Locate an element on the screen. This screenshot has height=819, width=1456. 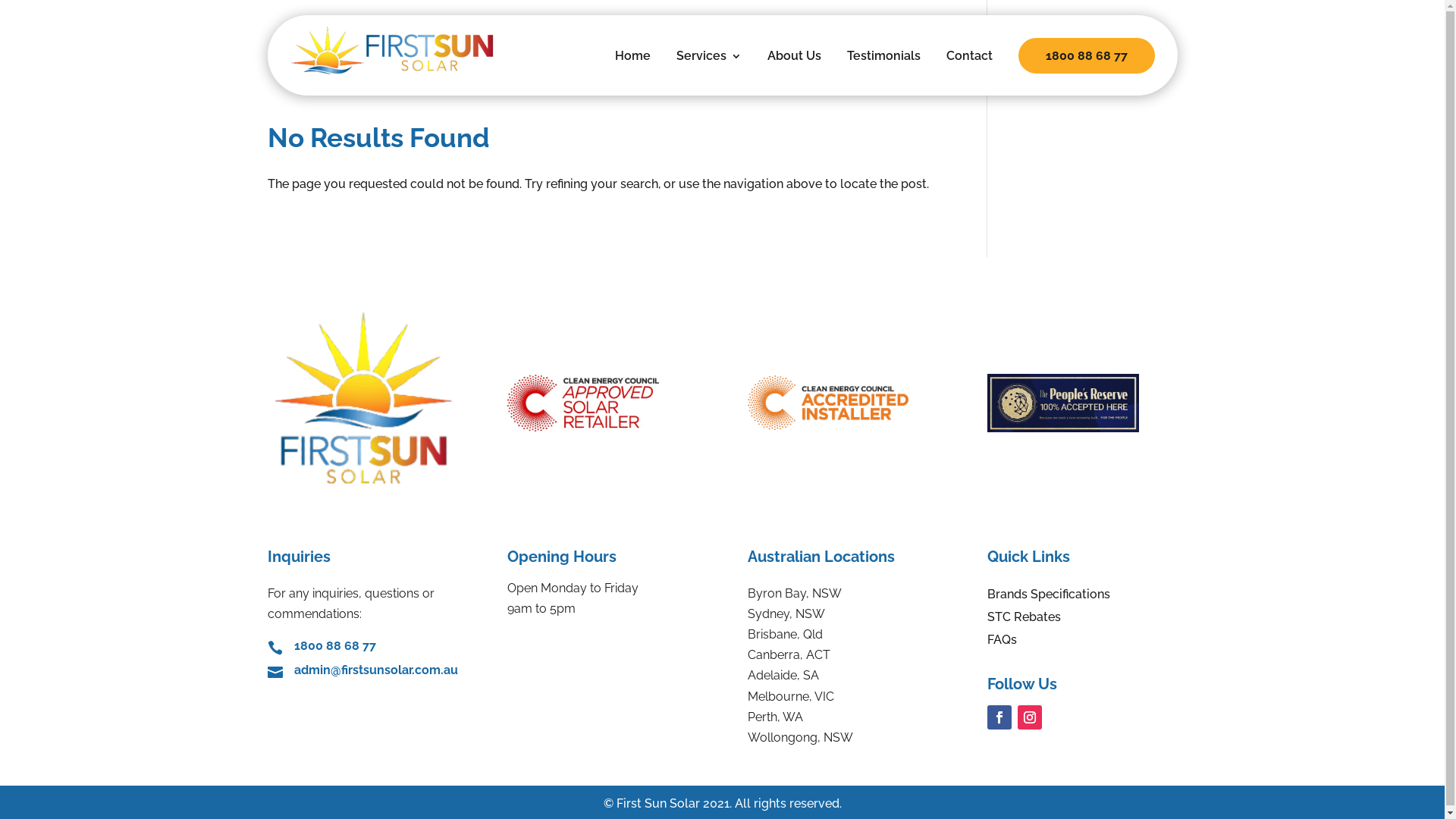
'FAQs' is located at coordinates (1002, 643).